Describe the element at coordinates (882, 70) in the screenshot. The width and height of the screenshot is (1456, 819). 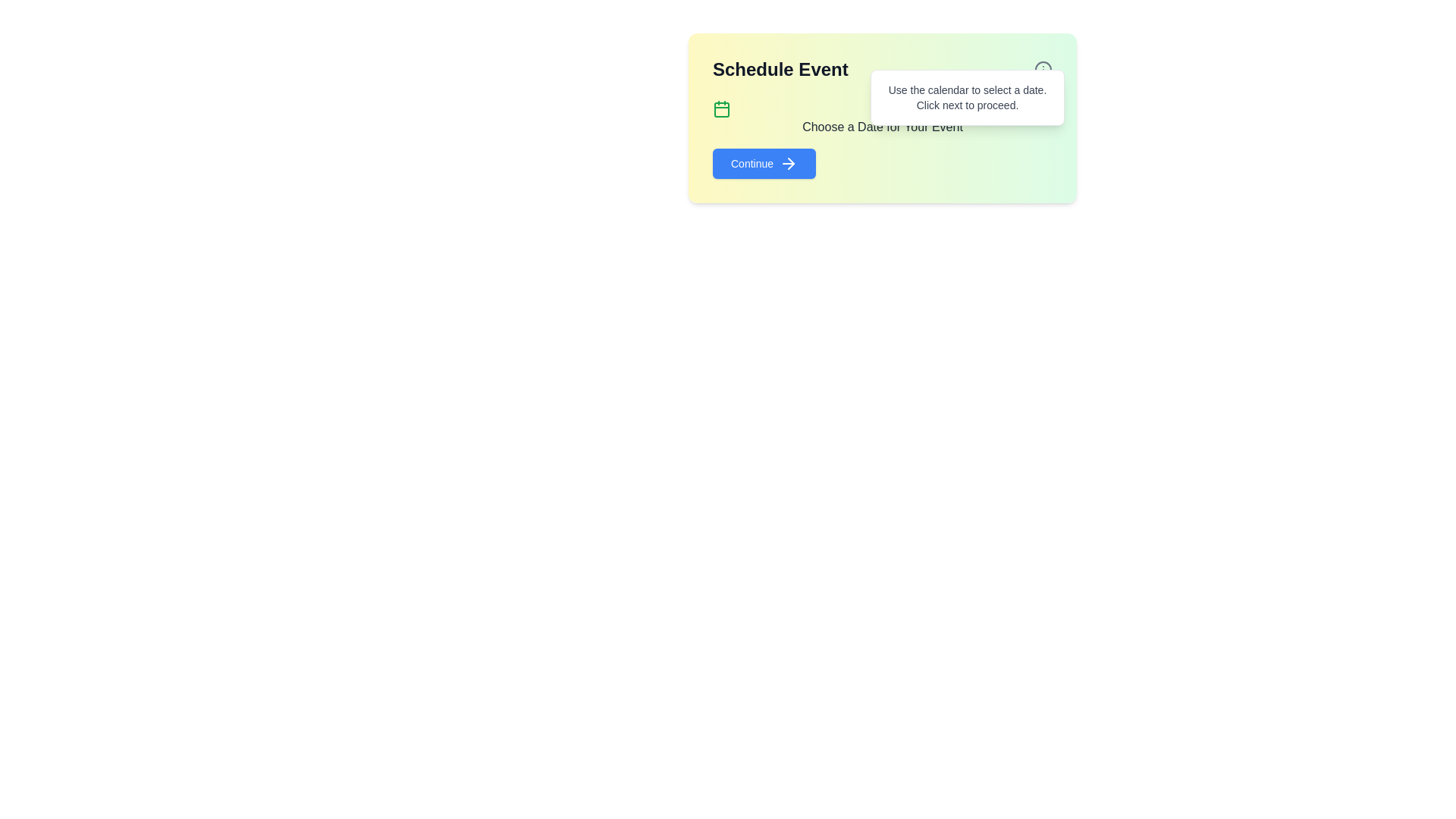
I see `the bold text label that says 'Schedule Event', which is located at the top left side of the pane` at that location.